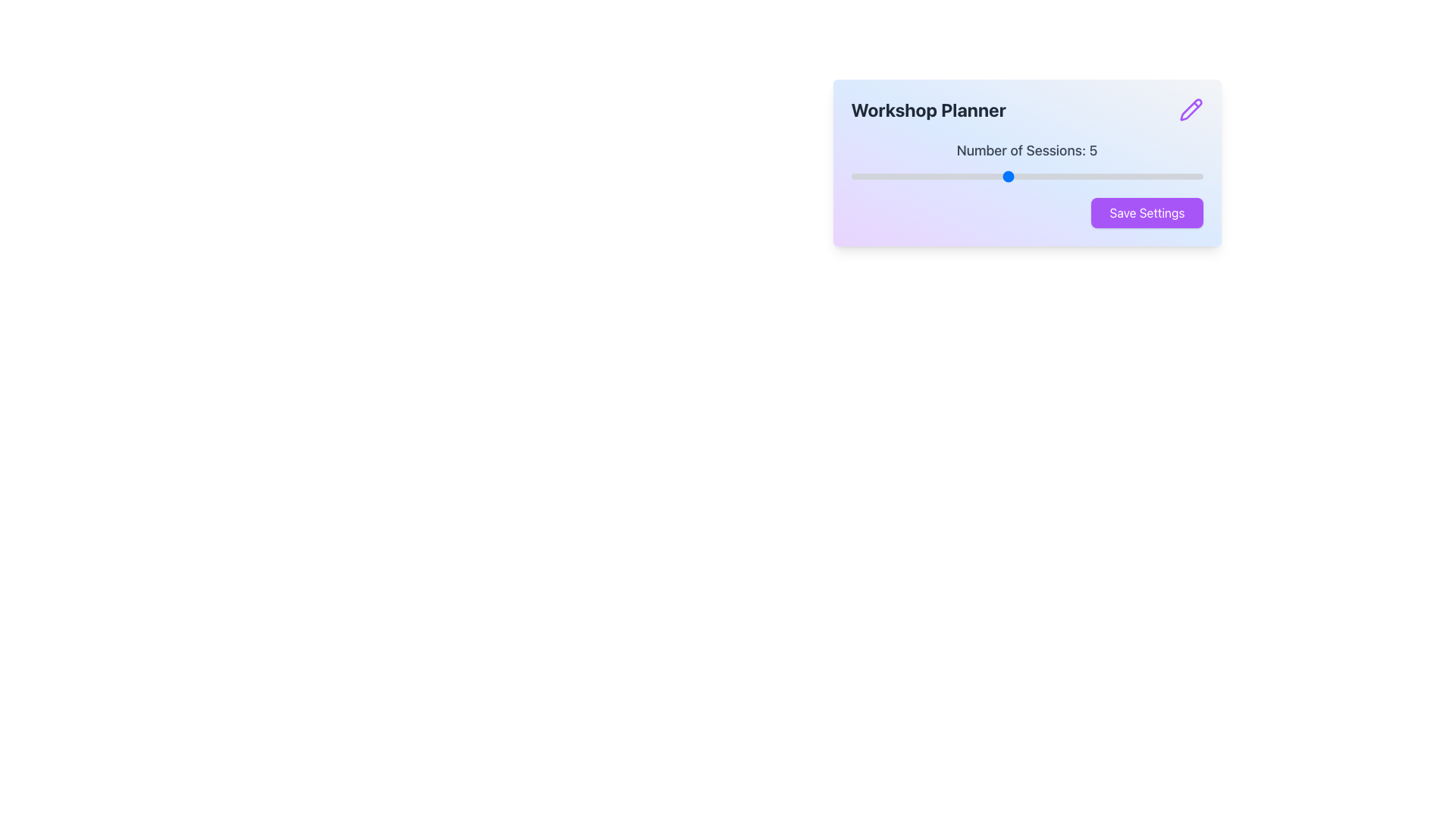  What do you see at coordinates (968, 175) in the screenshot?
I see `the slider` at bounding box center [968, 175].